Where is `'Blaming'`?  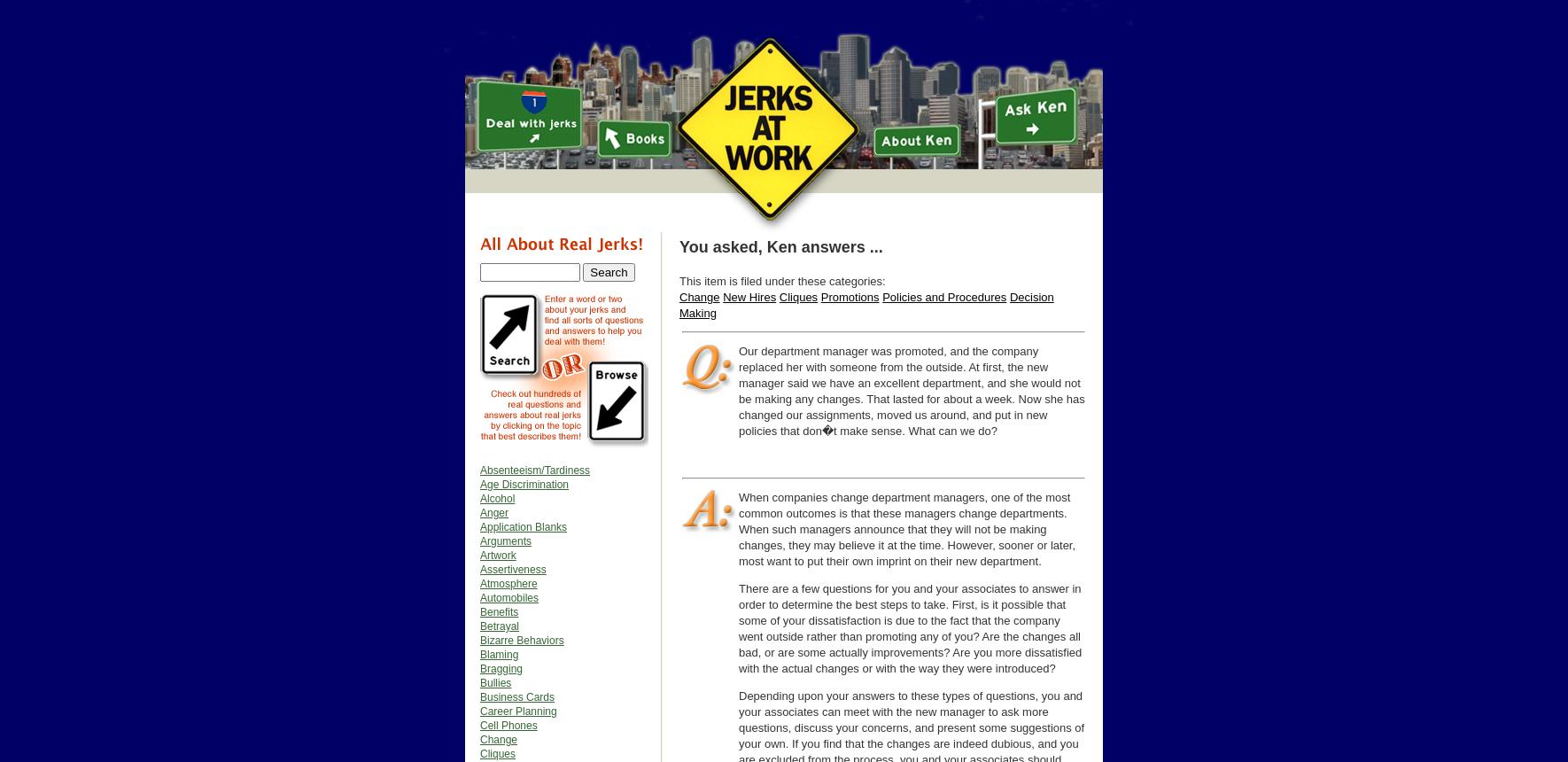 'Blaming' is located at coordinates (499, 653).